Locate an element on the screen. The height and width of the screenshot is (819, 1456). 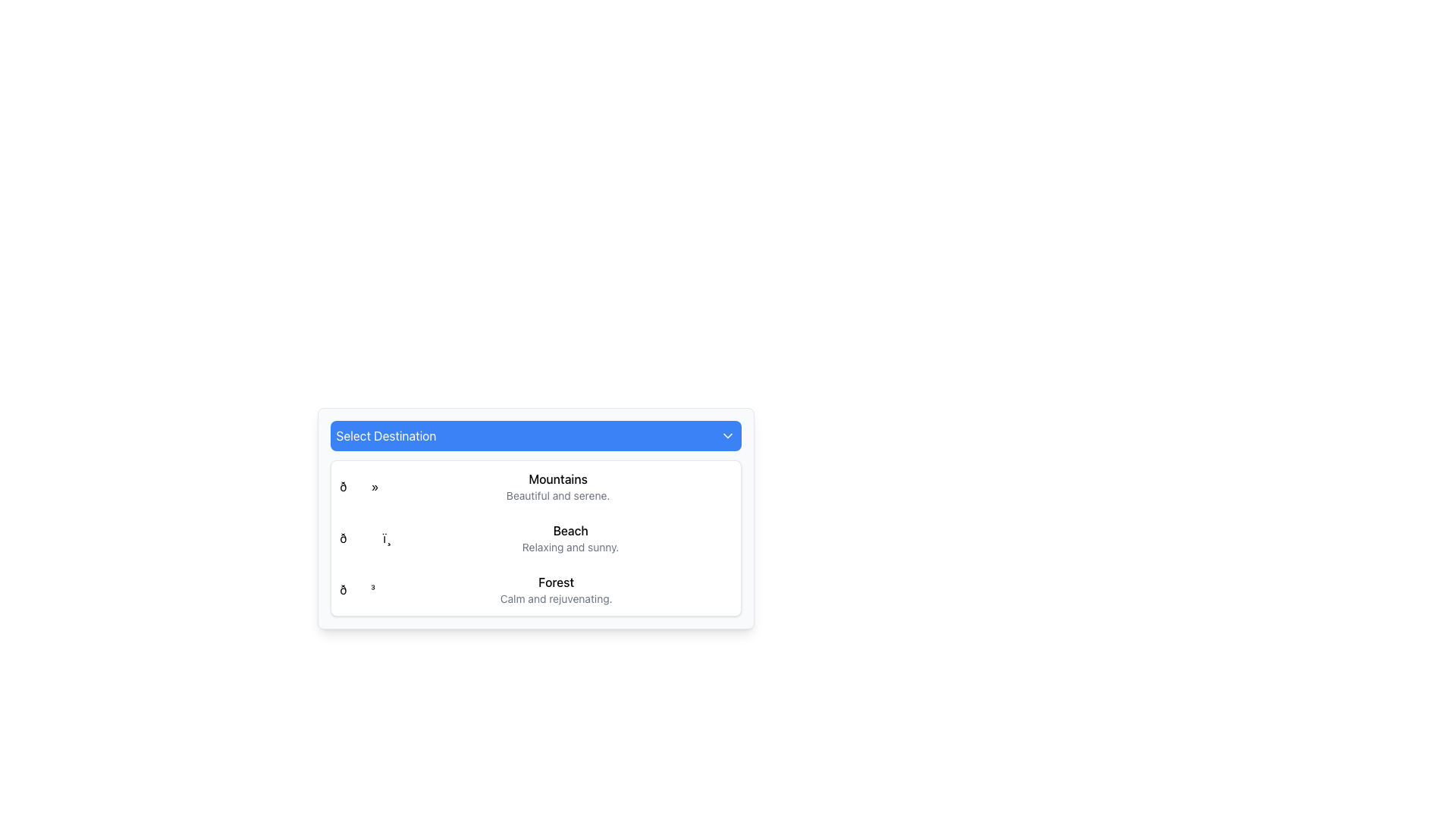
the selectable list item for 'Beach', which is the second option in the list is located at coordinates (535, 537).